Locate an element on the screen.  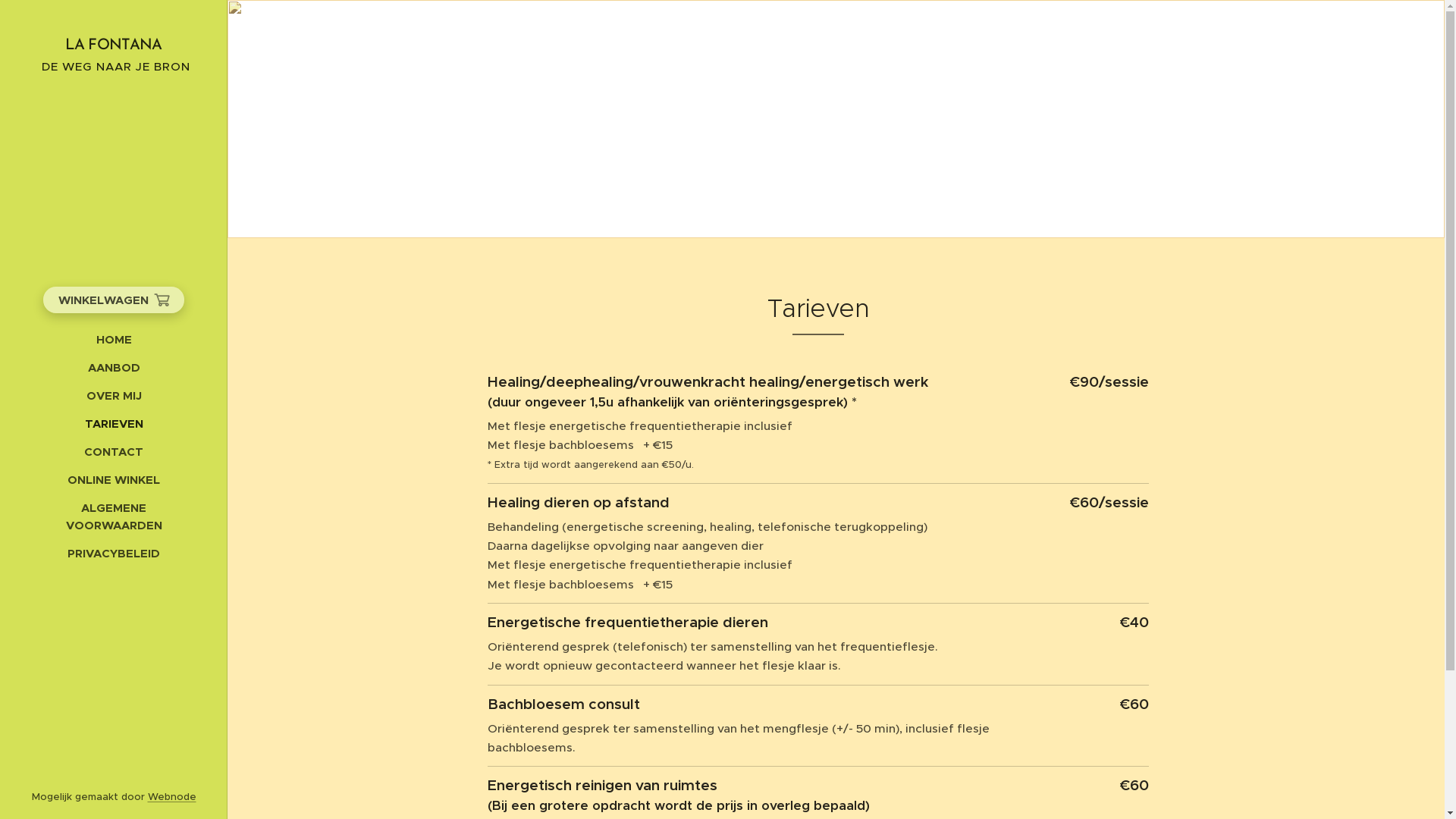
'ONLINE WINKEL' is located at coordinates (112, 479).